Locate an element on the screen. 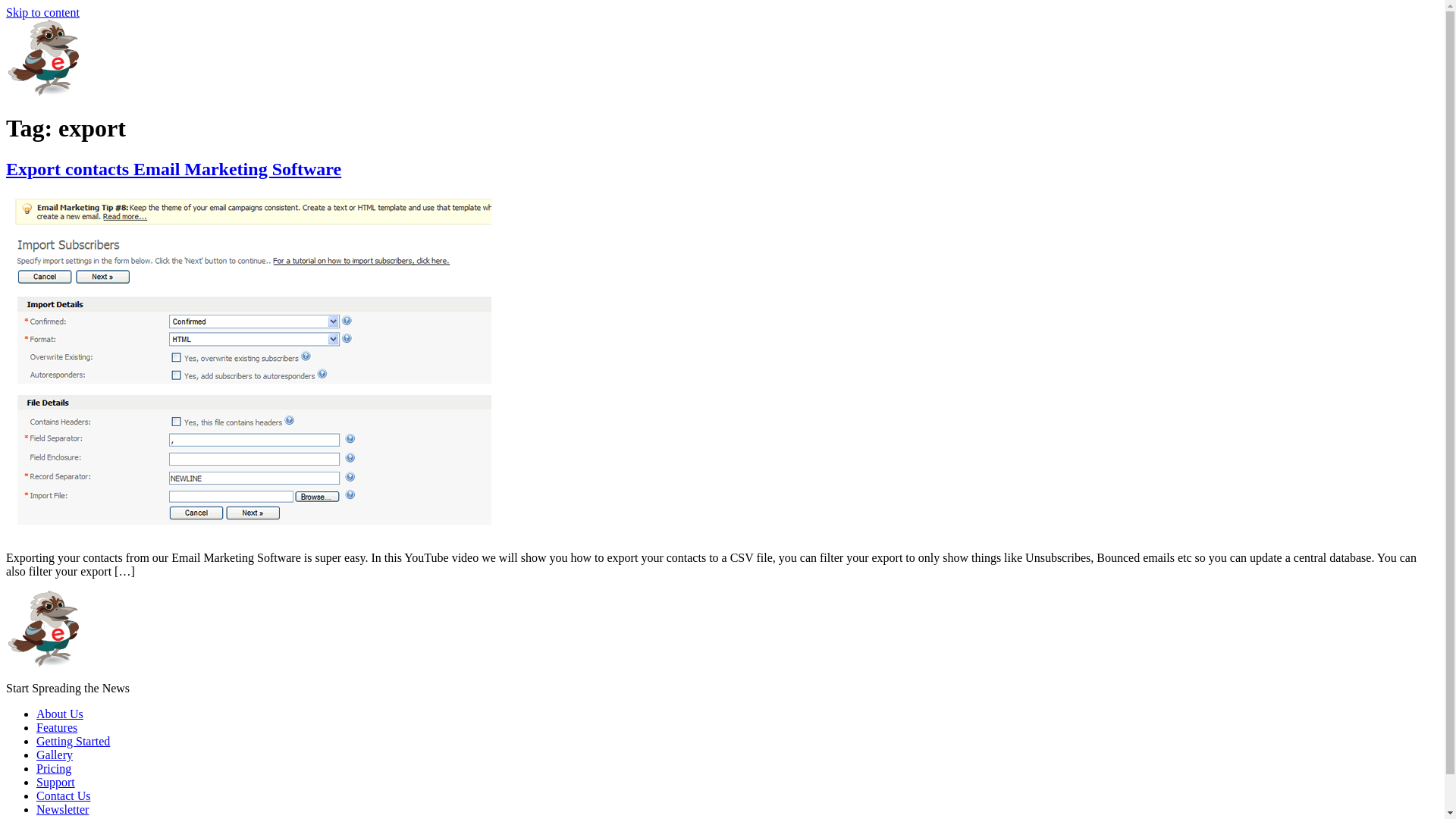 The height and width of the screenshot is (819, 1456). 'Contact Us' is located at coordinates (62, 795).